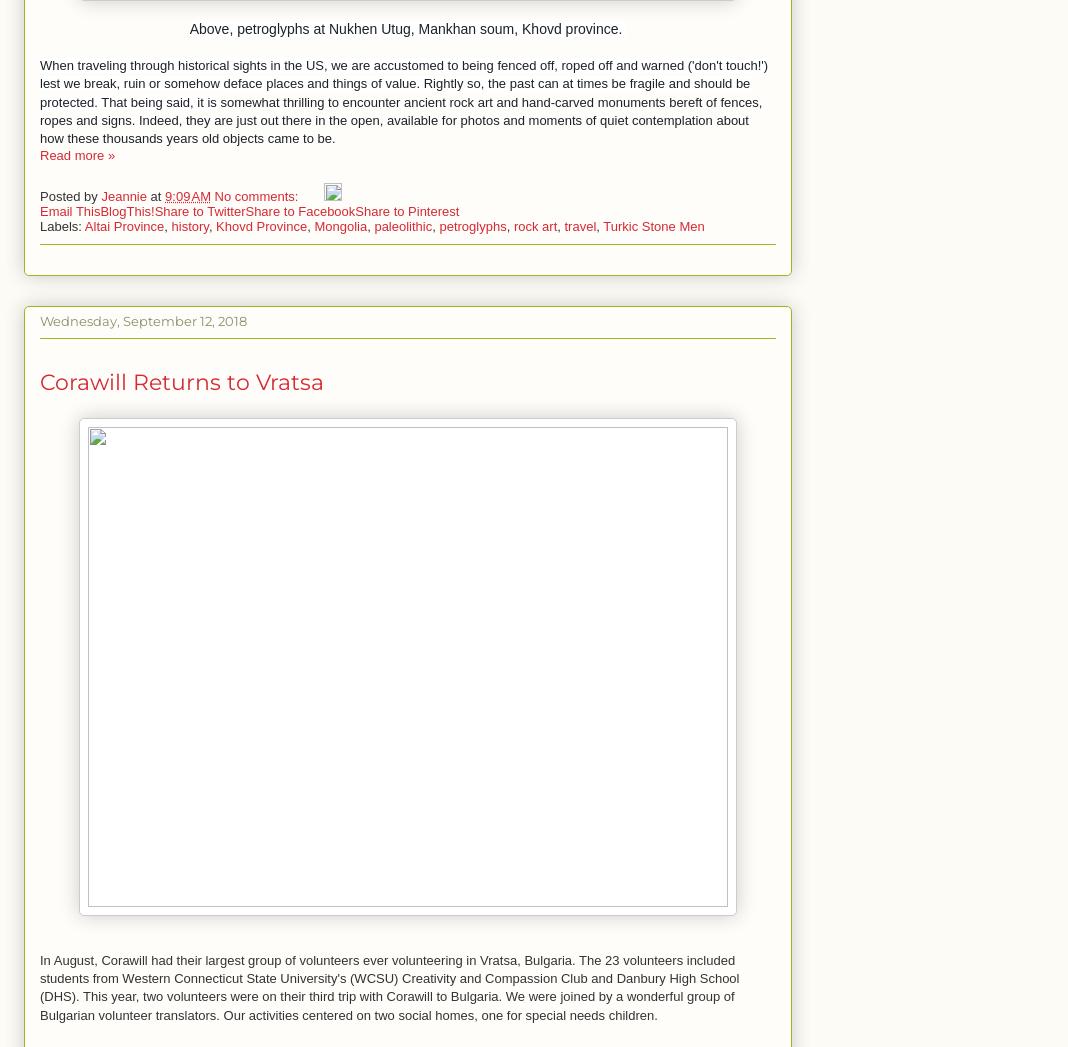  I want to click on 'No comments:', so click(258, 194).